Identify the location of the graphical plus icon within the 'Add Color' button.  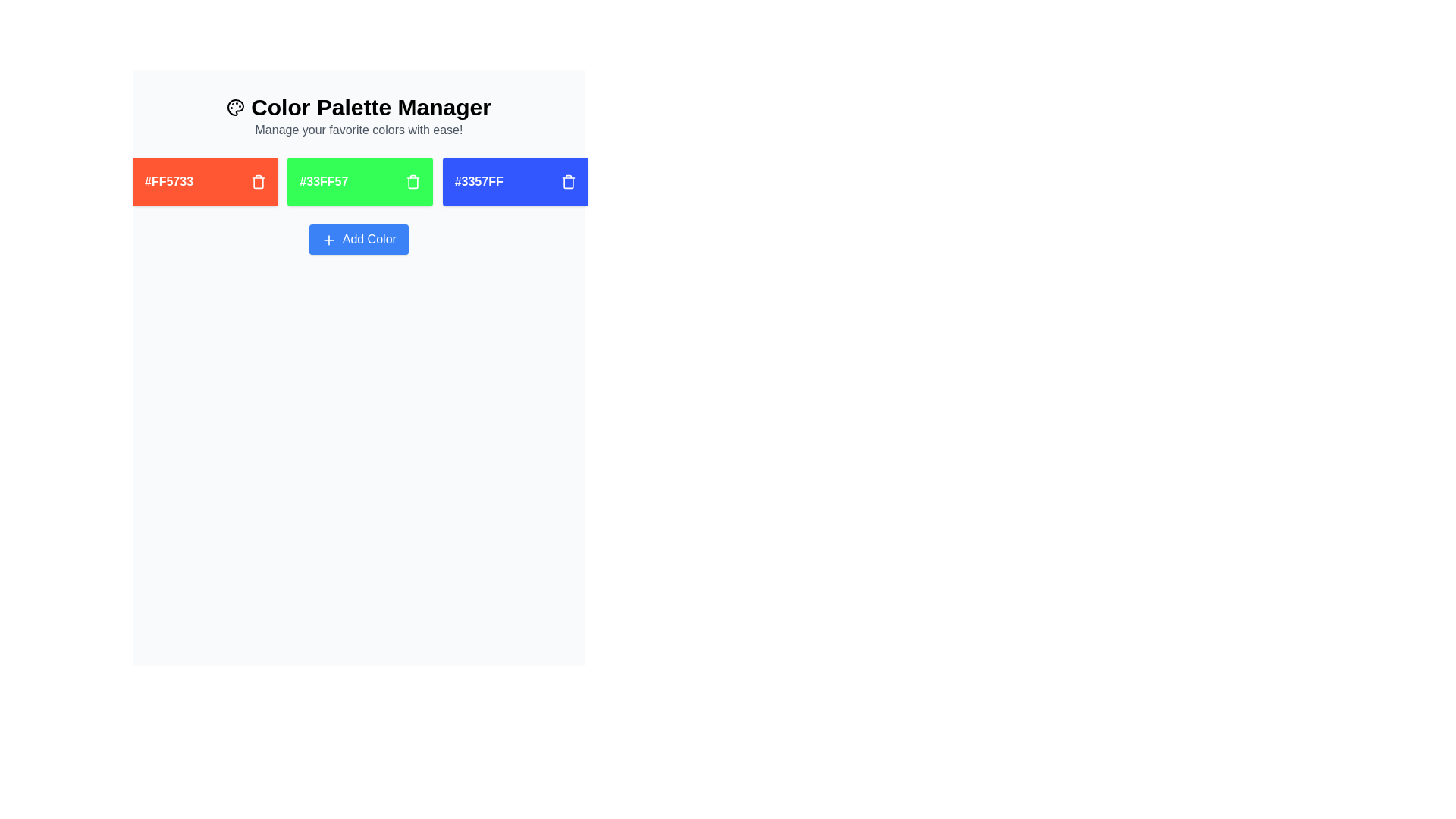
(328, 239).